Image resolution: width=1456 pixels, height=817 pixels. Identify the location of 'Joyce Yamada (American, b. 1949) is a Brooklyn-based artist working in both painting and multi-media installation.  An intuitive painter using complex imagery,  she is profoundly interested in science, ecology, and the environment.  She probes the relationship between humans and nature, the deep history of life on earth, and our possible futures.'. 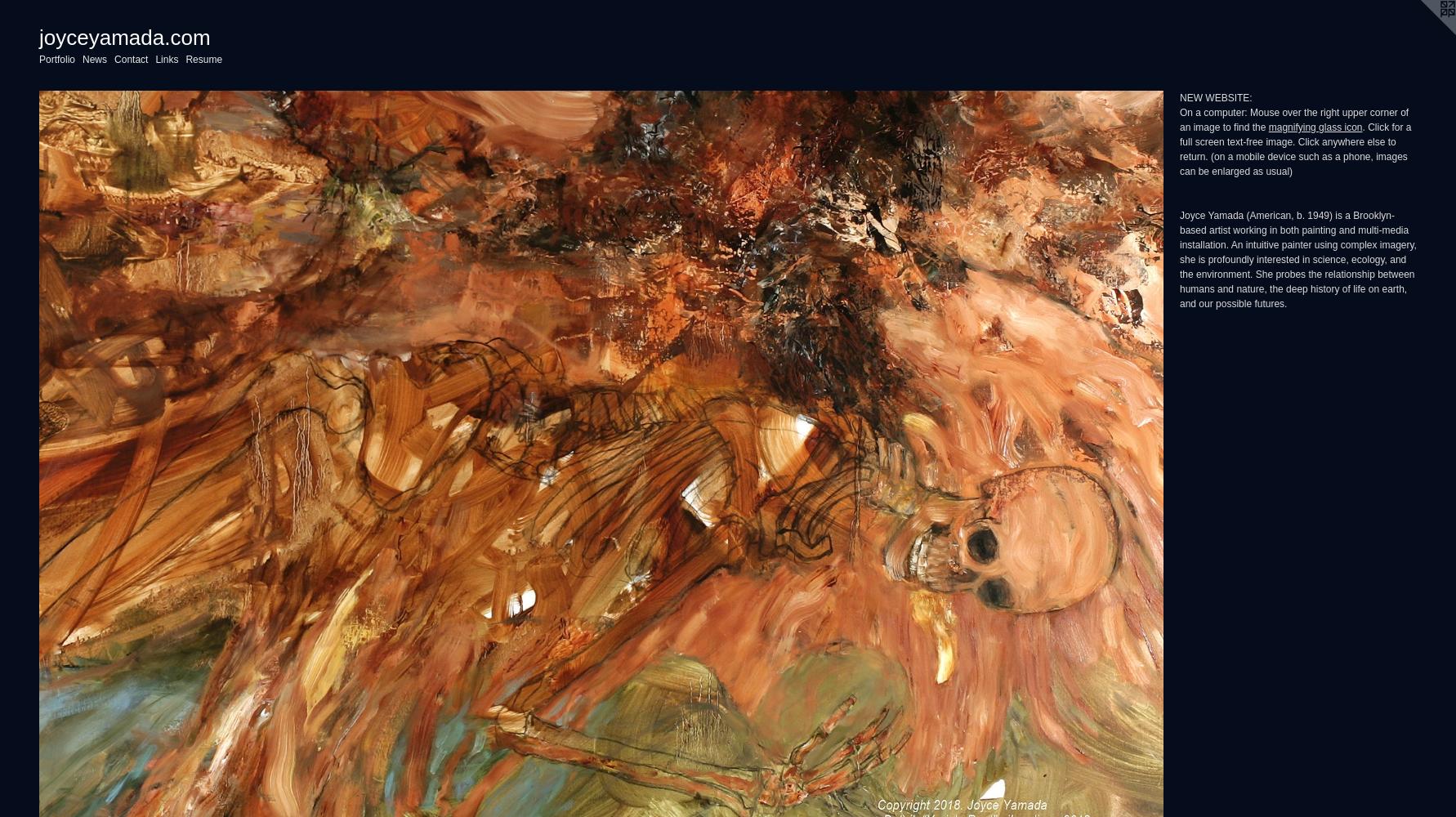
(1297, 259).